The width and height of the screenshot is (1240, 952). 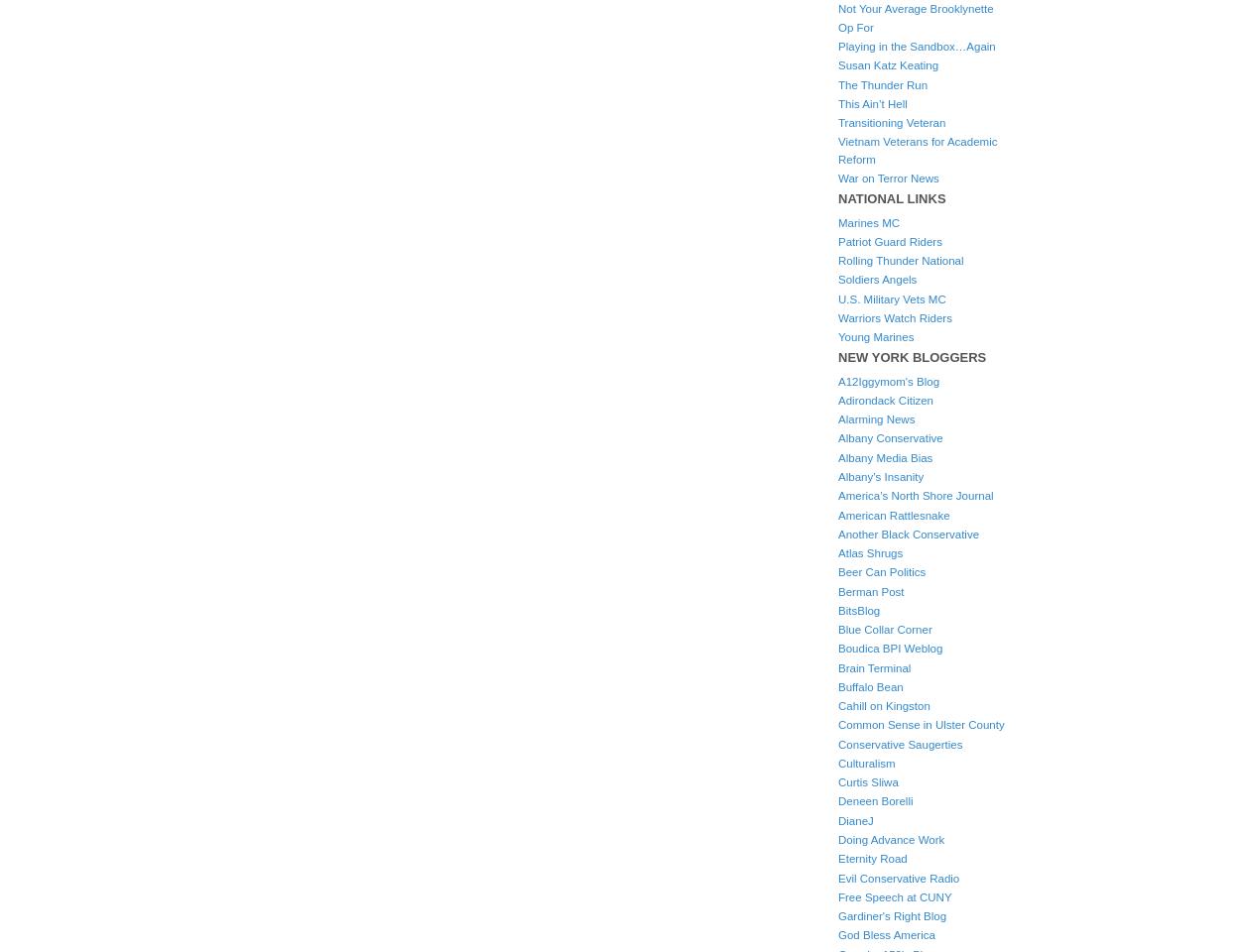 What do you see at coordinates (888, 177) in the screenshot?
I see `'War on Terror News'` at bounding box center [888, 177].